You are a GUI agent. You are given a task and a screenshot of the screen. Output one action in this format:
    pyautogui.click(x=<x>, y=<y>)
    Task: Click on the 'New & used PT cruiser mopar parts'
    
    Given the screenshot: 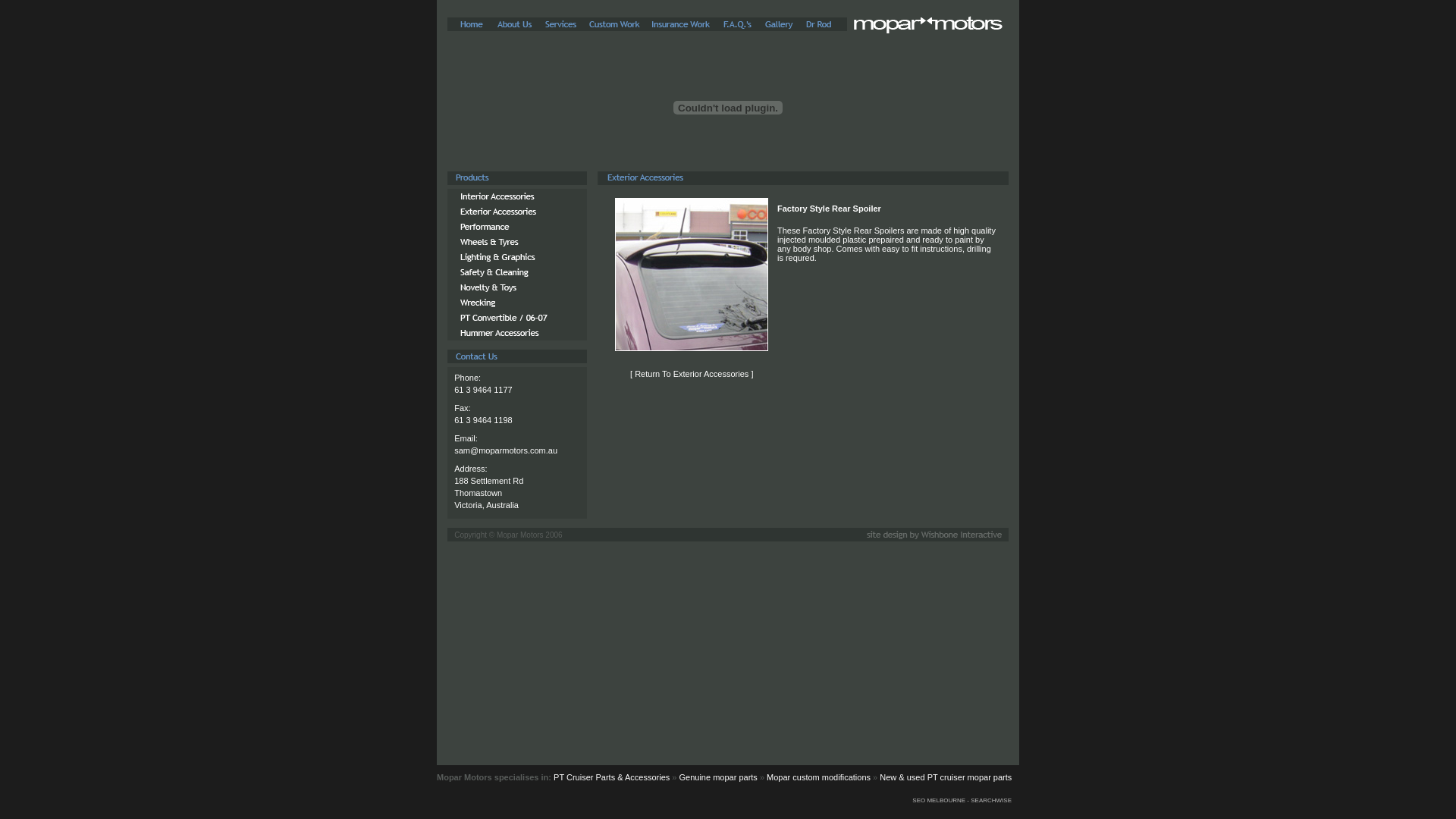 What is the action you would take?
    pyautogui.click(x=945, y=777)
    